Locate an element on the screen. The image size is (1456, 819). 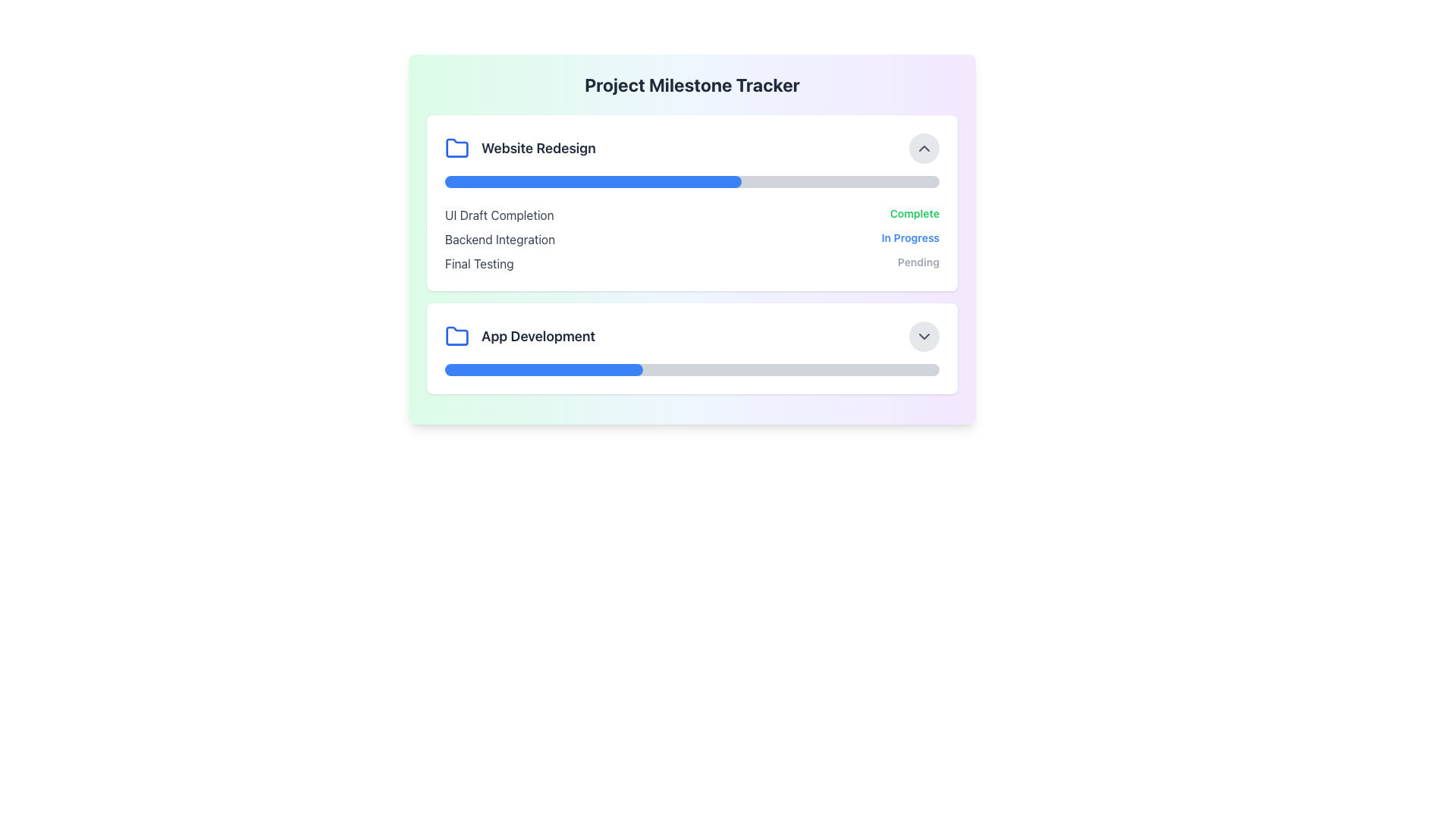
the progress bar located beneath the 'App Development' title, which visually represents the completion status of the milestone is located at coordinates (691, 370).